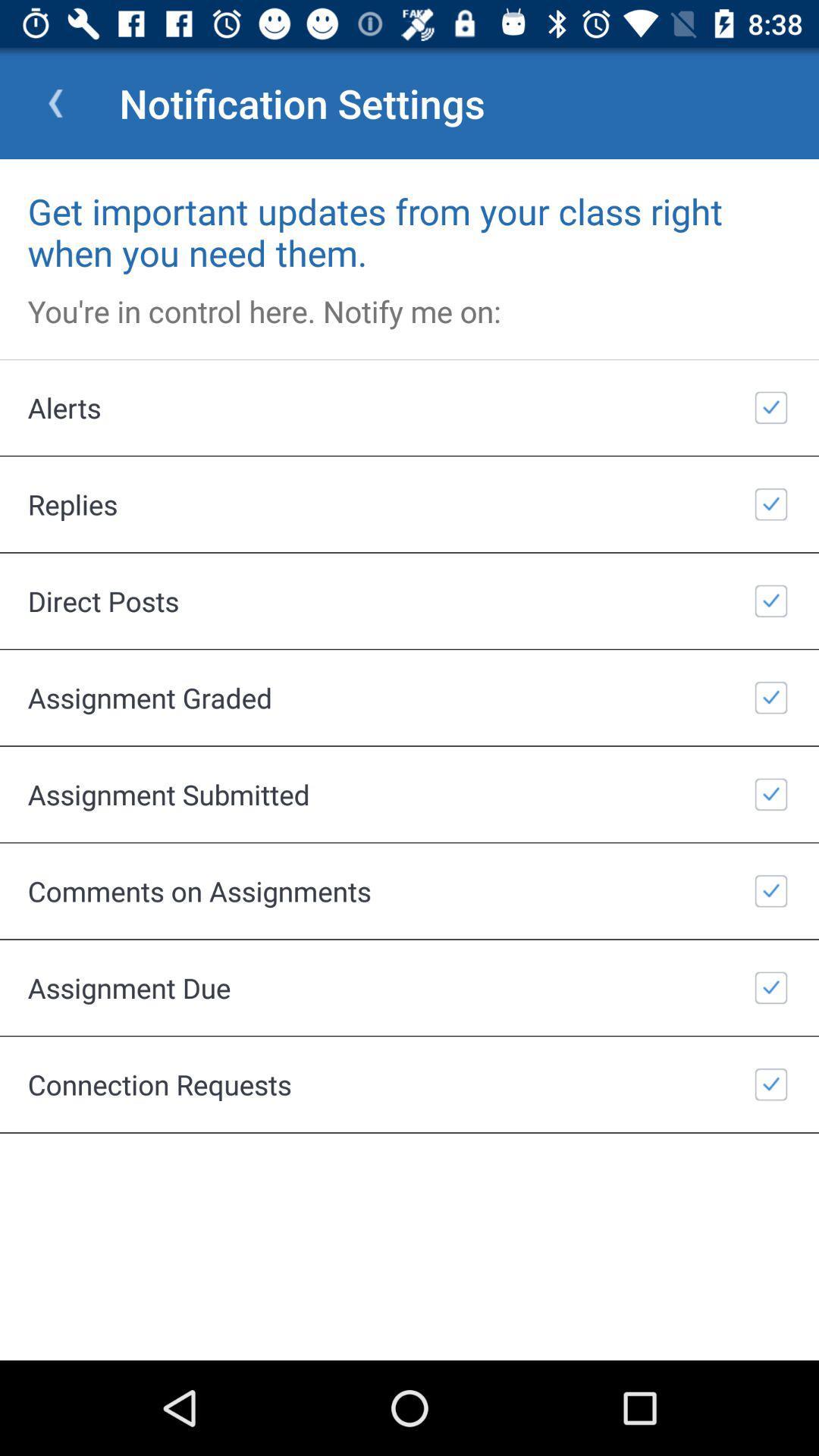 The height and width of the screenshot is (1456, 819). What do you see at coordinates (409, 697) in the screenshot?
I see `the item above the assignment submitted item` at bounding box center [409, 697].